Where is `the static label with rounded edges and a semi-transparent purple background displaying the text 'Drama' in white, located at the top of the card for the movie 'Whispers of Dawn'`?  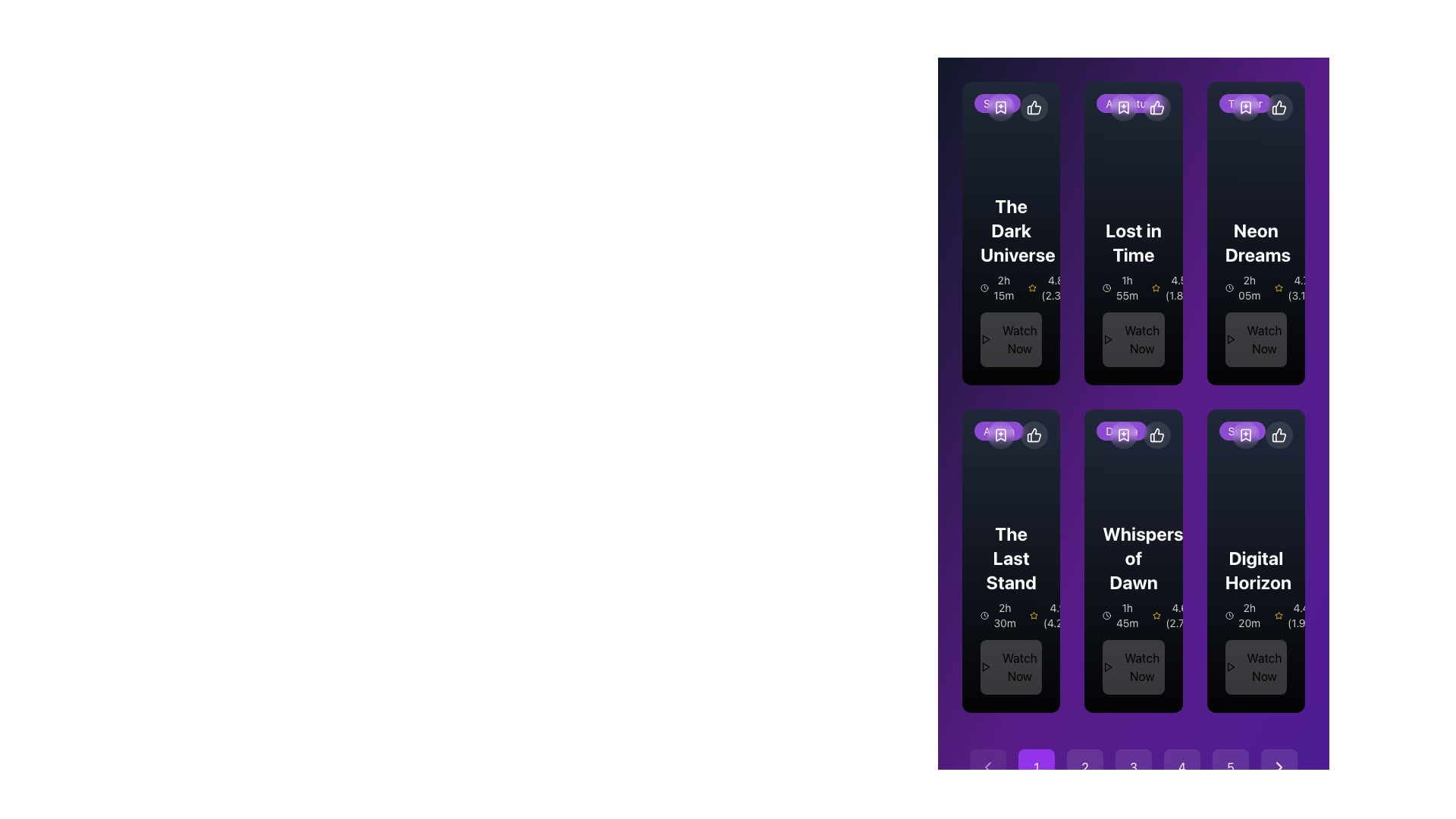
the static label with rounded edges and a semi-transparent purple background displaying the text 'Drama' in white, located at the top of the card for the movie 'Whispers of Dawn' is located at coordinates (1122, 431).